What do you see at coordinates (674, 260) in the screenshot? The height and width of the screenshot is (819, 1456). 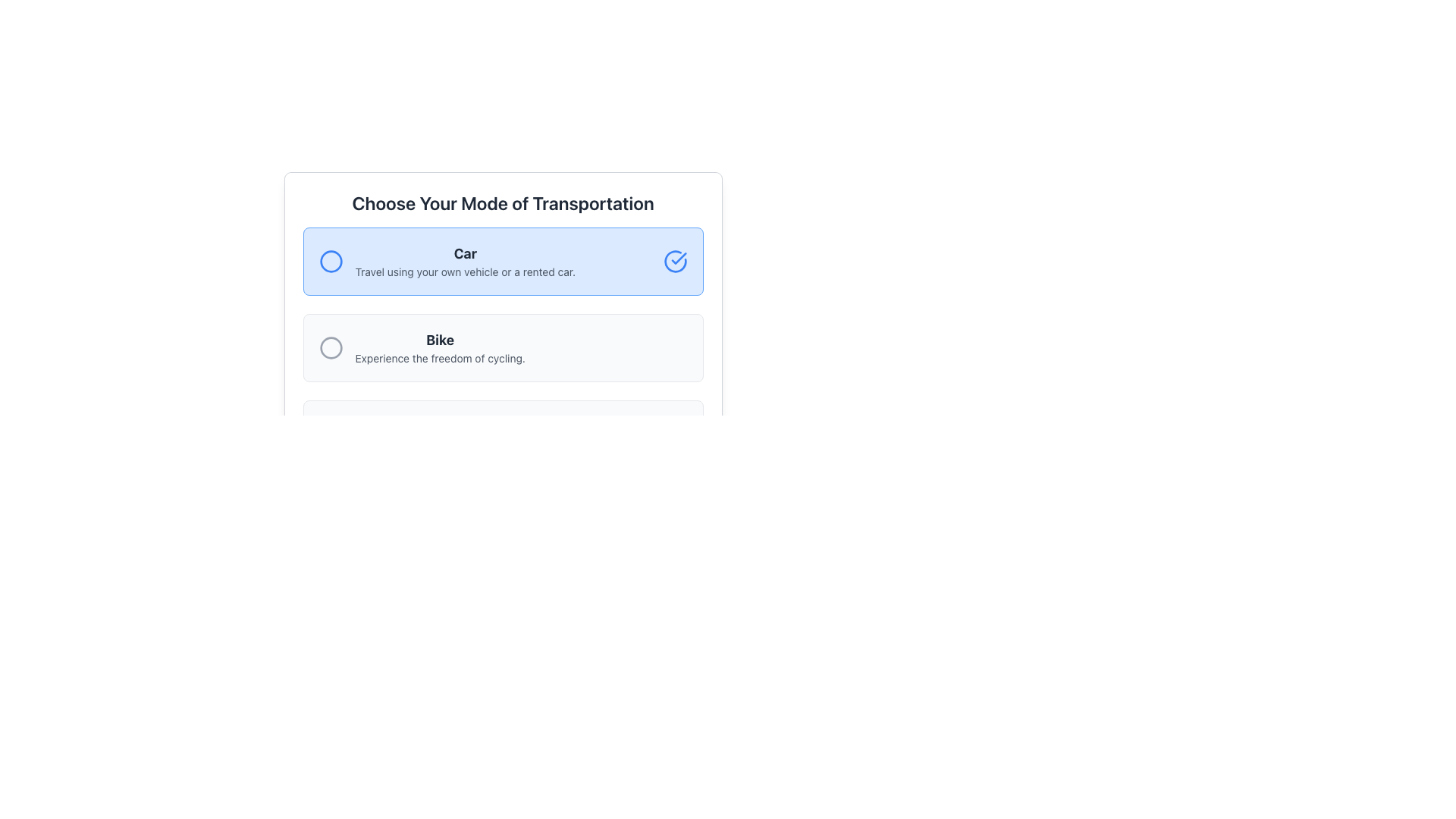 I see `the icon indicating the selection of the 'Car' option located in the top-right corner of the highlighted rectangular area` at bounding box center [674, 260].